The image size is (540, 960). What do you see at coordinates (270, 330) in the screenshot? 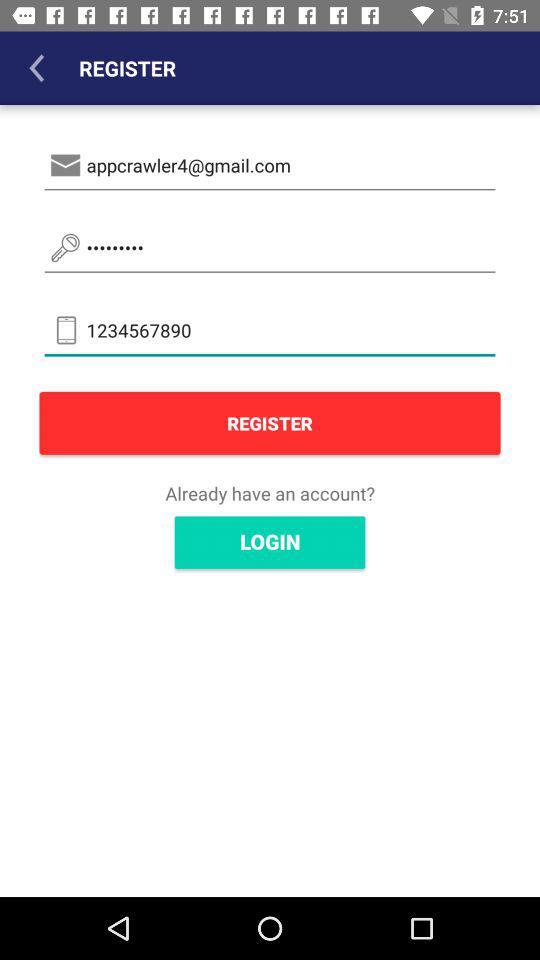
I see `the item above the register item` at bounding box center [270, 330].